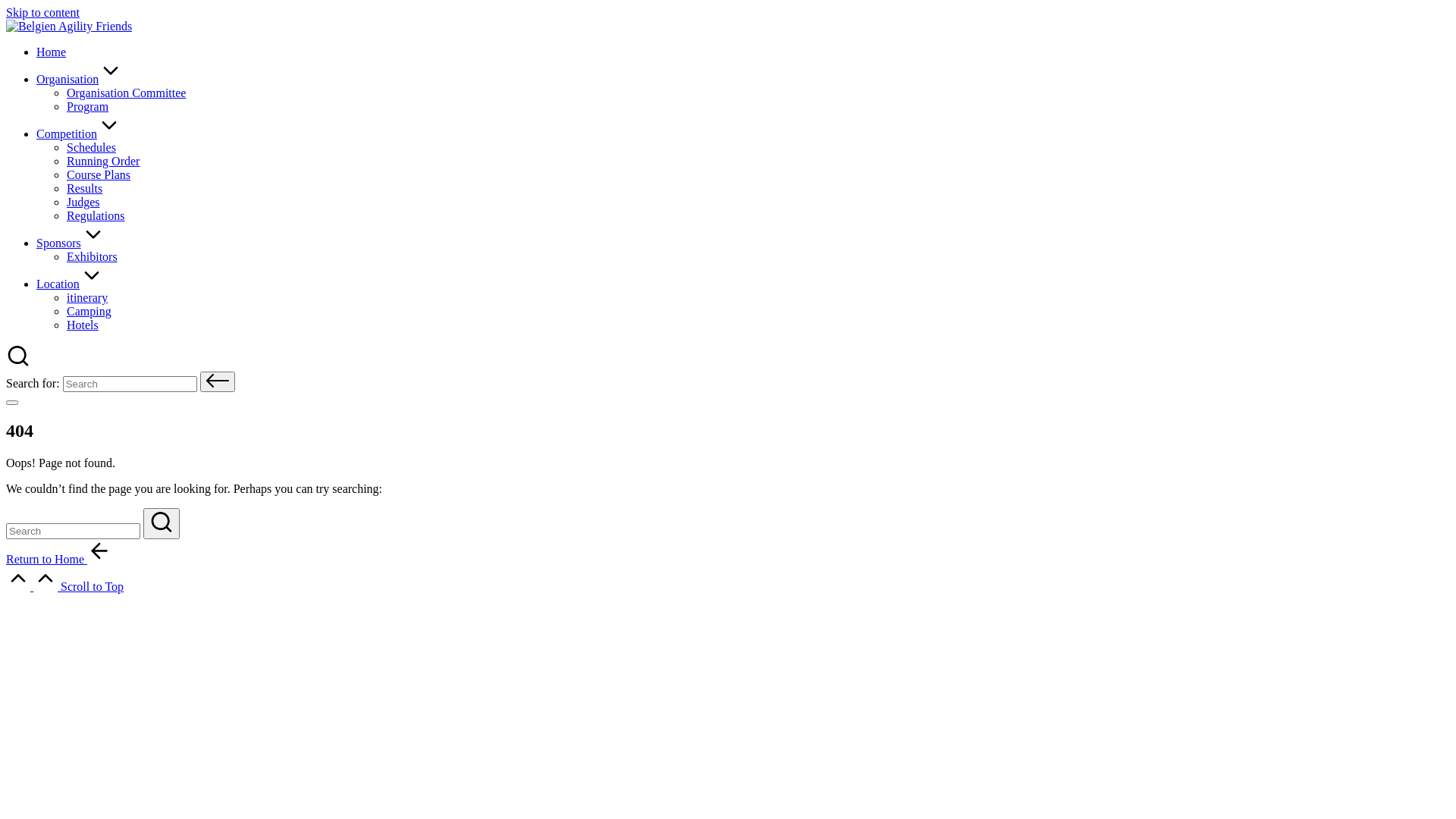 This screenshot has height=819, width=1456. What do you see at coordinates (86, 297) in the screenshot?
I see `'itinerary'` at bounding box center [86, 297].